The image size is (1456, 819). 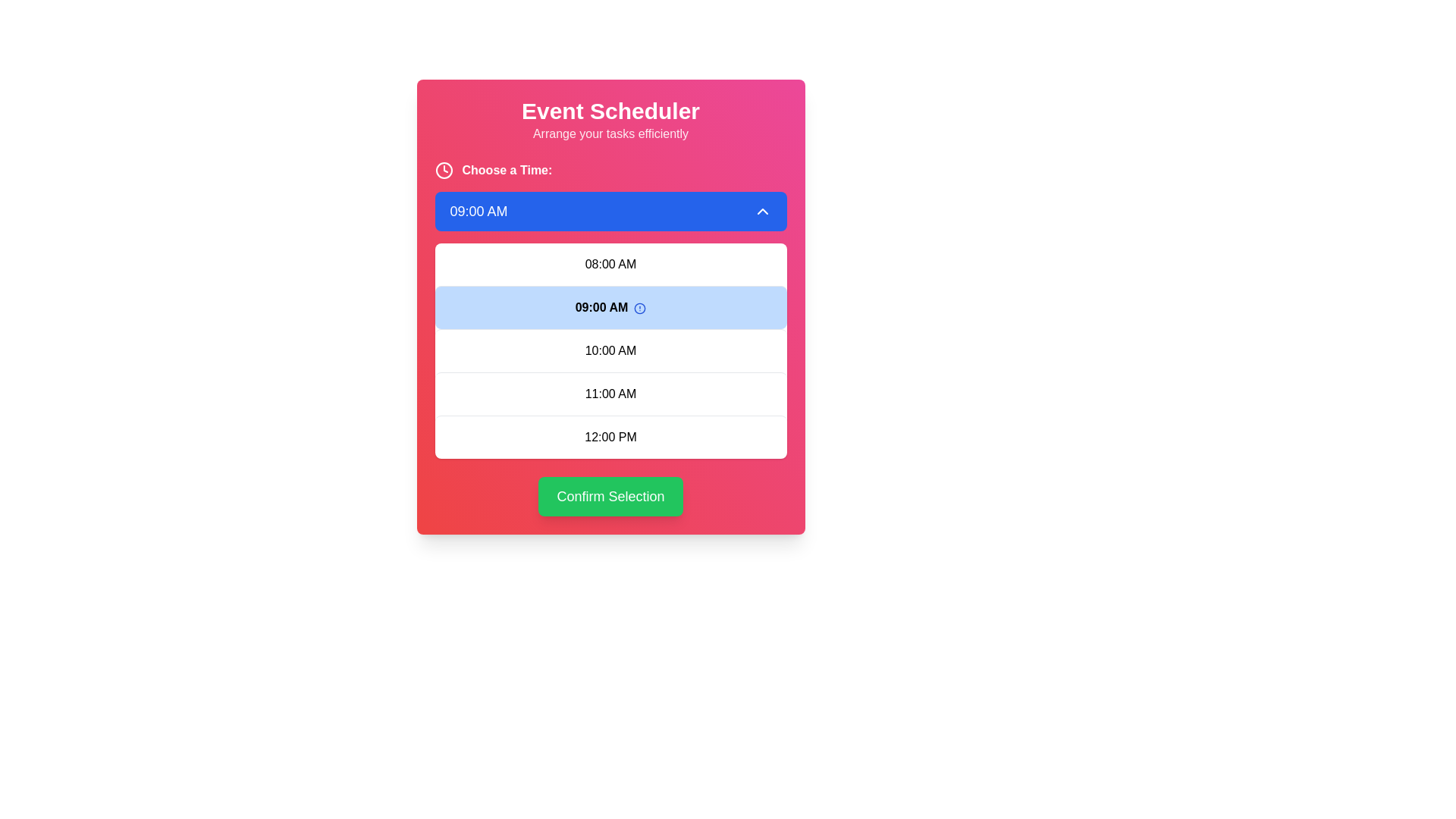 What do you see at coordinates (610, 307) in the screenshot?
I see `the second item in the dropdown menu` at bounding box center [610, 307].